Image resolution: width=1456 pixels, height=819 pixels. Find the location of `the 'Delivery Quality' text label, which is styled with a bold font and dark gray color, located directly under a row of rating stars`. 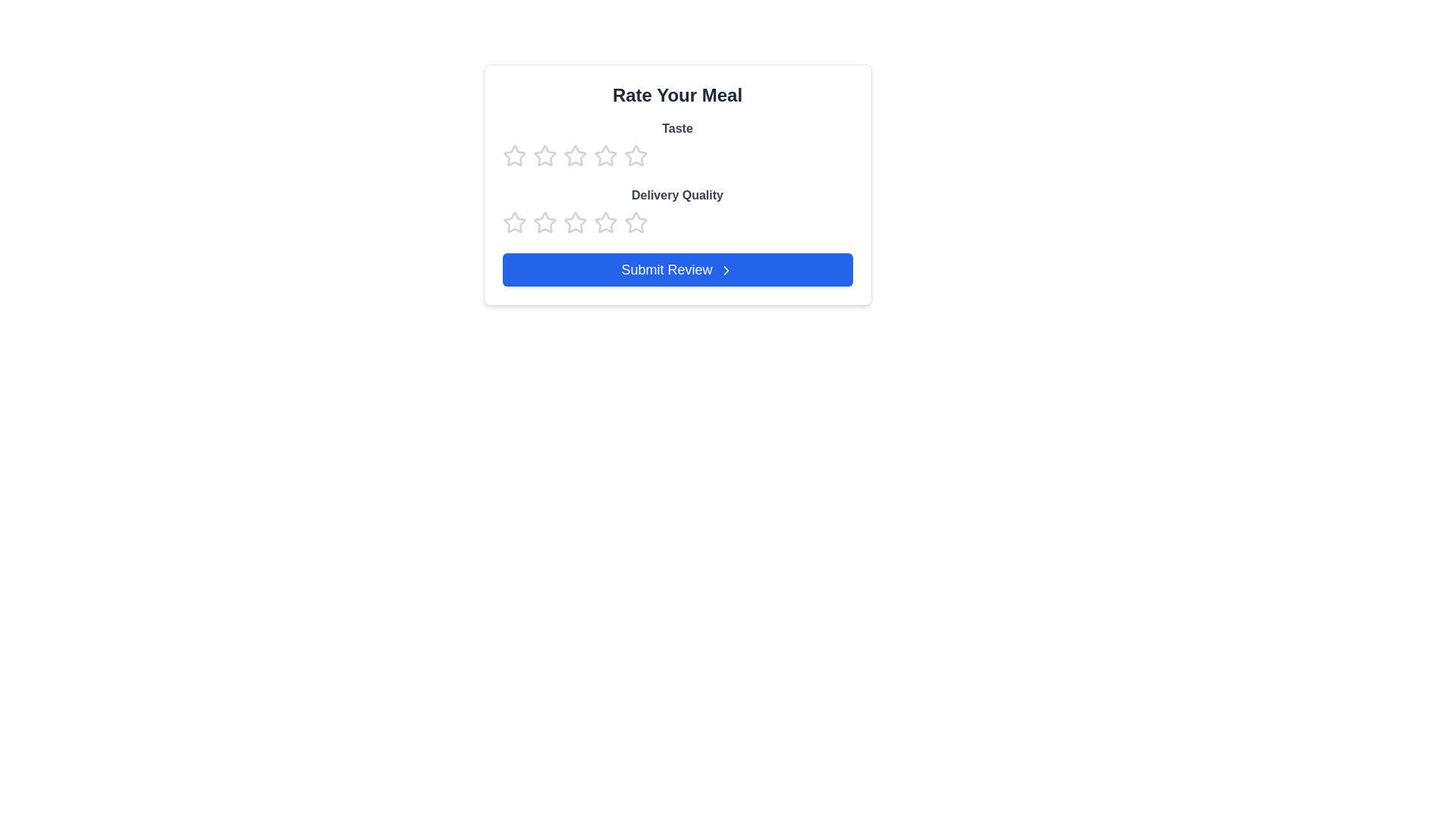

the 'Delivery Quality' text label, which is styled with a bold font and dark gray color, located directly under a row of rating stars is located at coordinates (676, 195).